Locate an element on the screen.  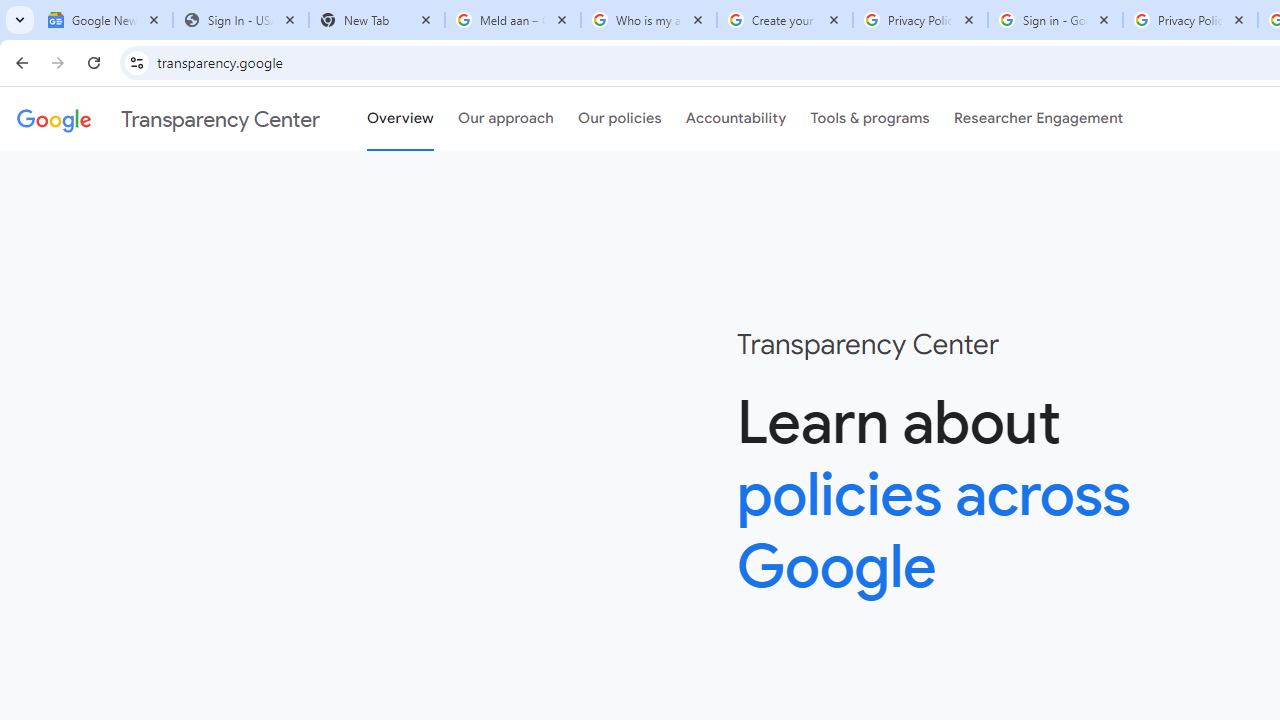
'Our policies' is located at coordinates (619, 119).